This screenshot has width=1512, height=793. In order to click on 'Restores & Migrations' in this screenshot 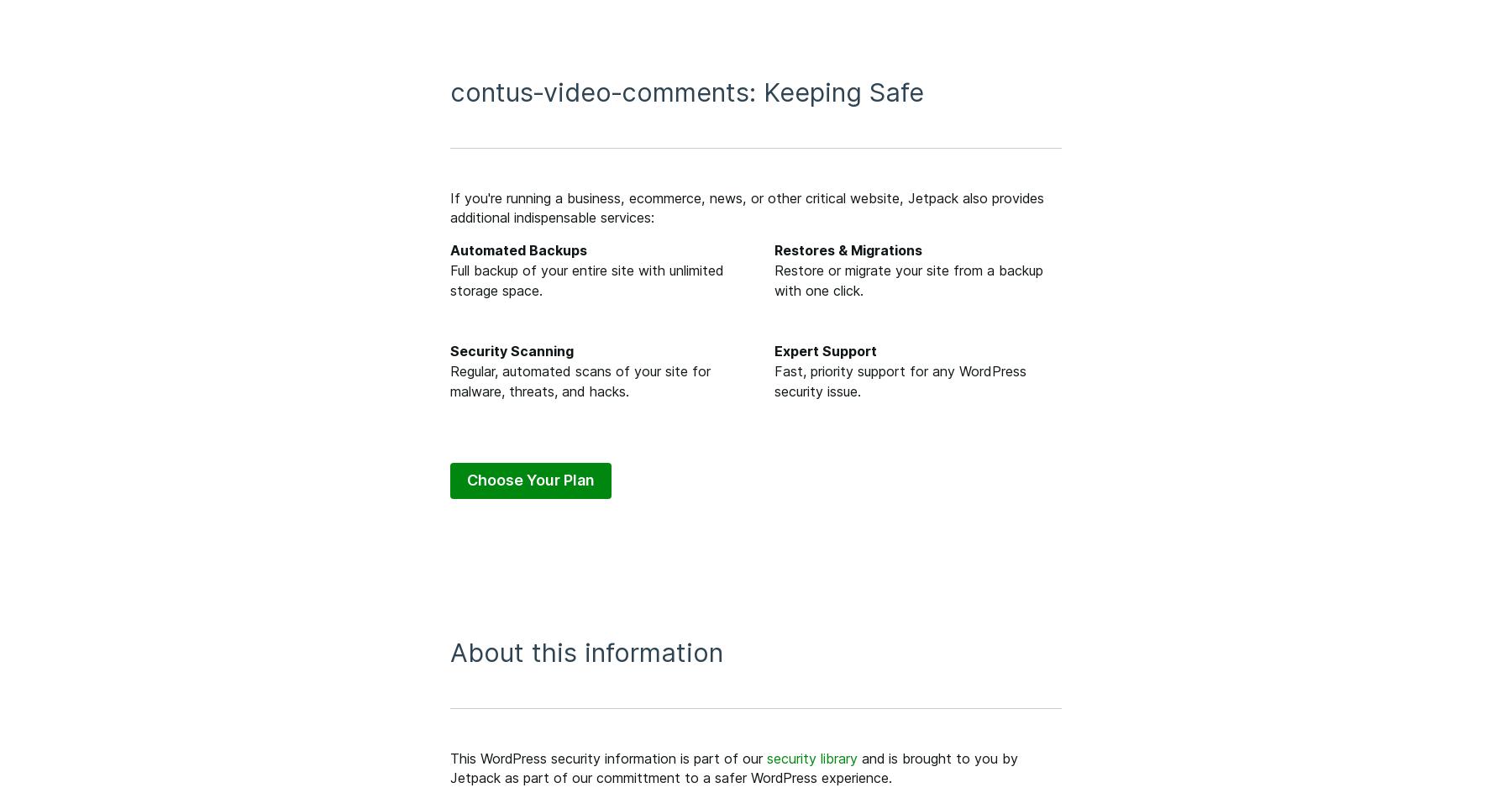, I will do `click(847, 249)`.